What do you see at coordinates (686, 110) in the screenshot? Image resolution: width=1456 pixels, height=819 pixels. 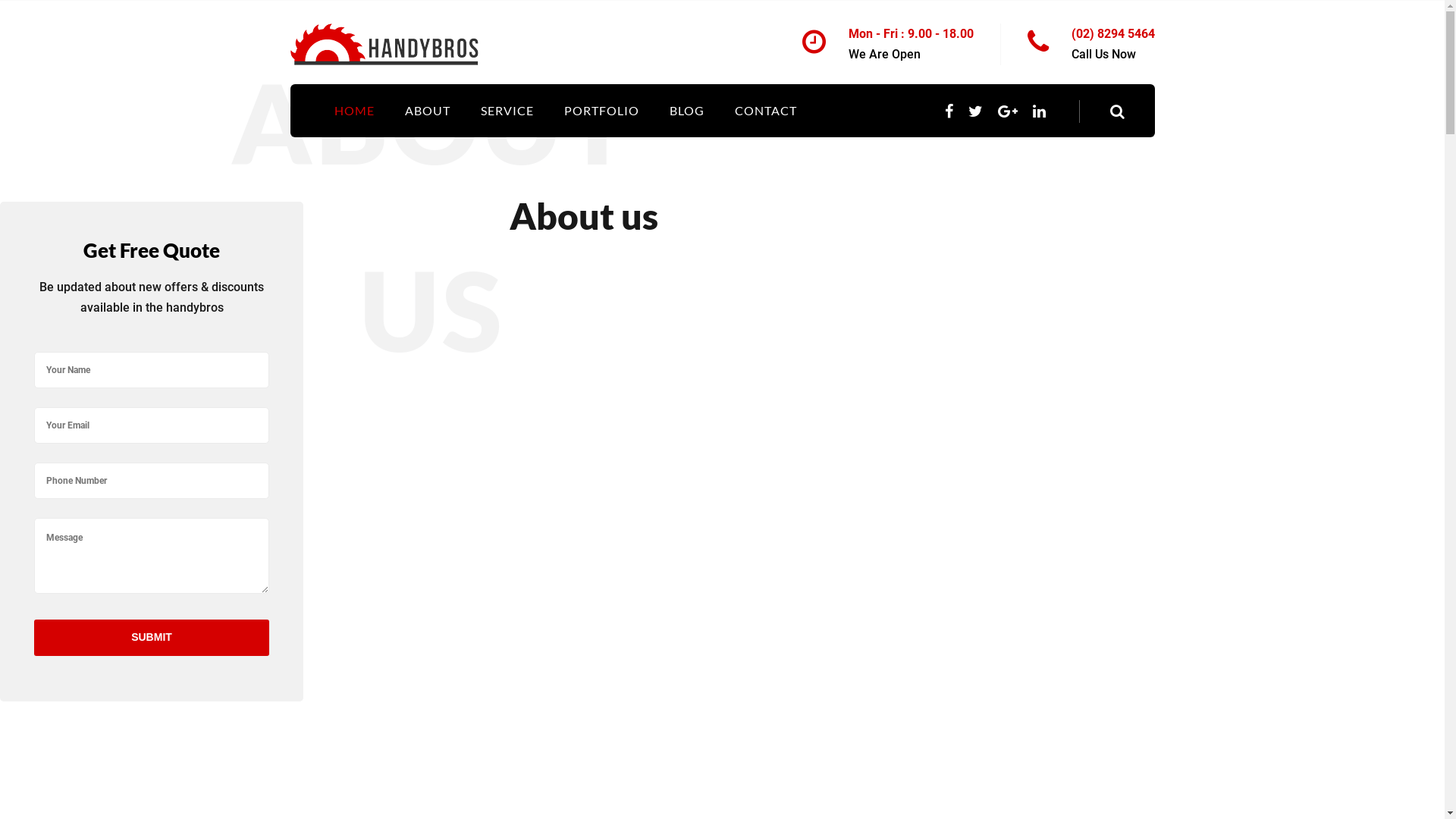 I see `'BLOG'` at bounding box center [686, 110].